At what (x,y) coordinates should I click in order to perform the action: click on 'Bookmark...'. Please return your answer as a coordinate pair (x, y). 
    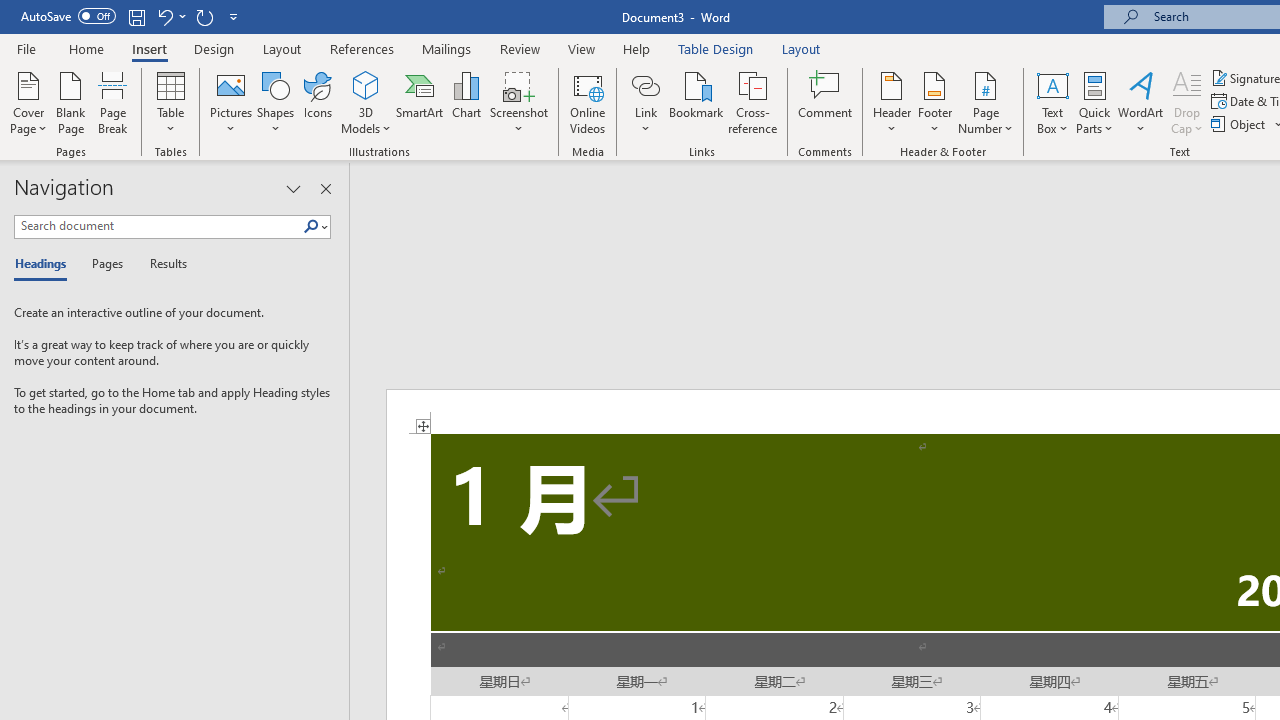
    Looking at the image, I should click on (696, 103).